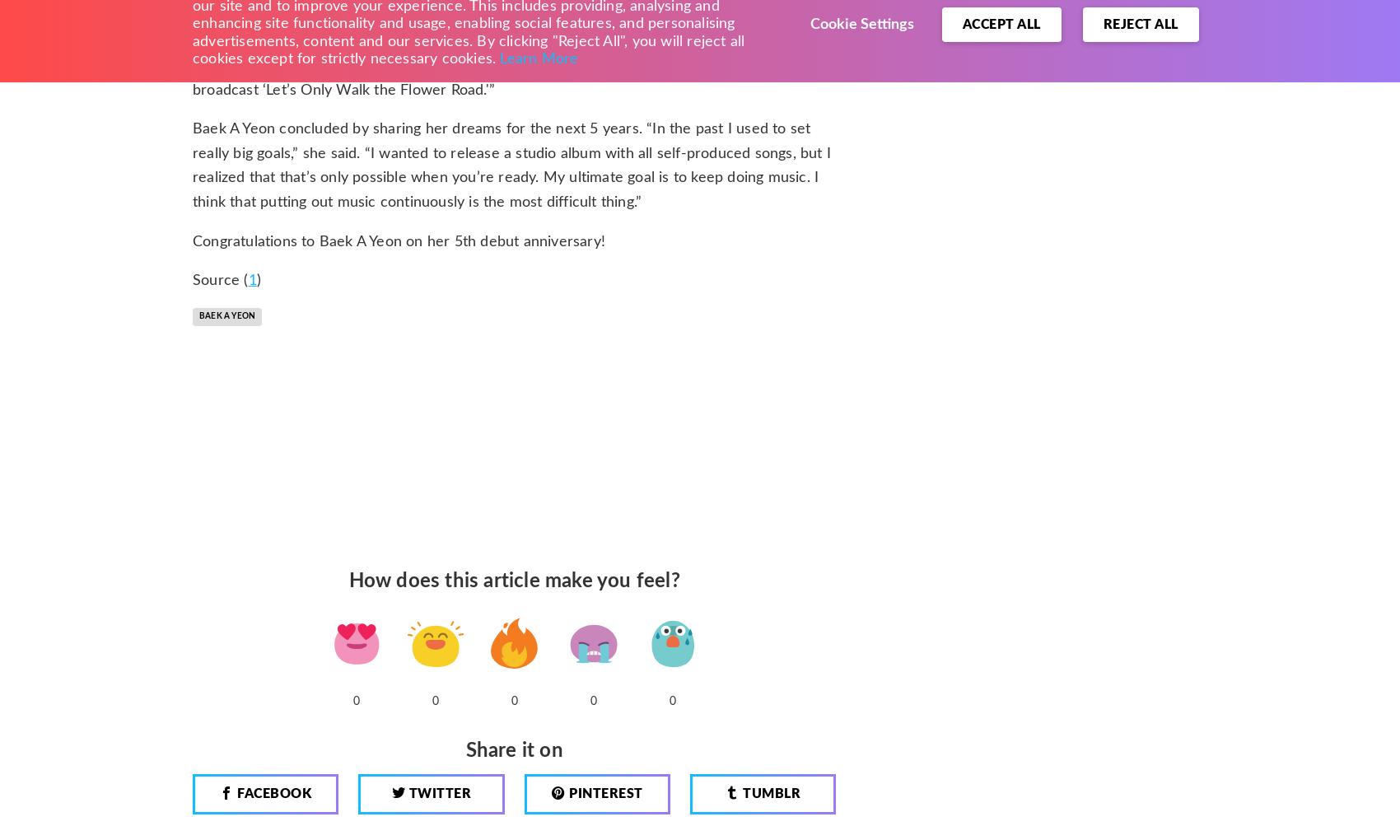 This screenshot has height=840, width=1400. I want to click on 'Baek A Yeon concluded by sharing her dreams for the next 5 years. “In the past I used to set really big goals,” she said. “I wanted to release a studio album with all self-produced songs, but I realized that that’s only possible when you’re ready. My ultimate goal is to keep doing music. I think that putting out music continuously is the most difficult thing.”', so click(511, 164).